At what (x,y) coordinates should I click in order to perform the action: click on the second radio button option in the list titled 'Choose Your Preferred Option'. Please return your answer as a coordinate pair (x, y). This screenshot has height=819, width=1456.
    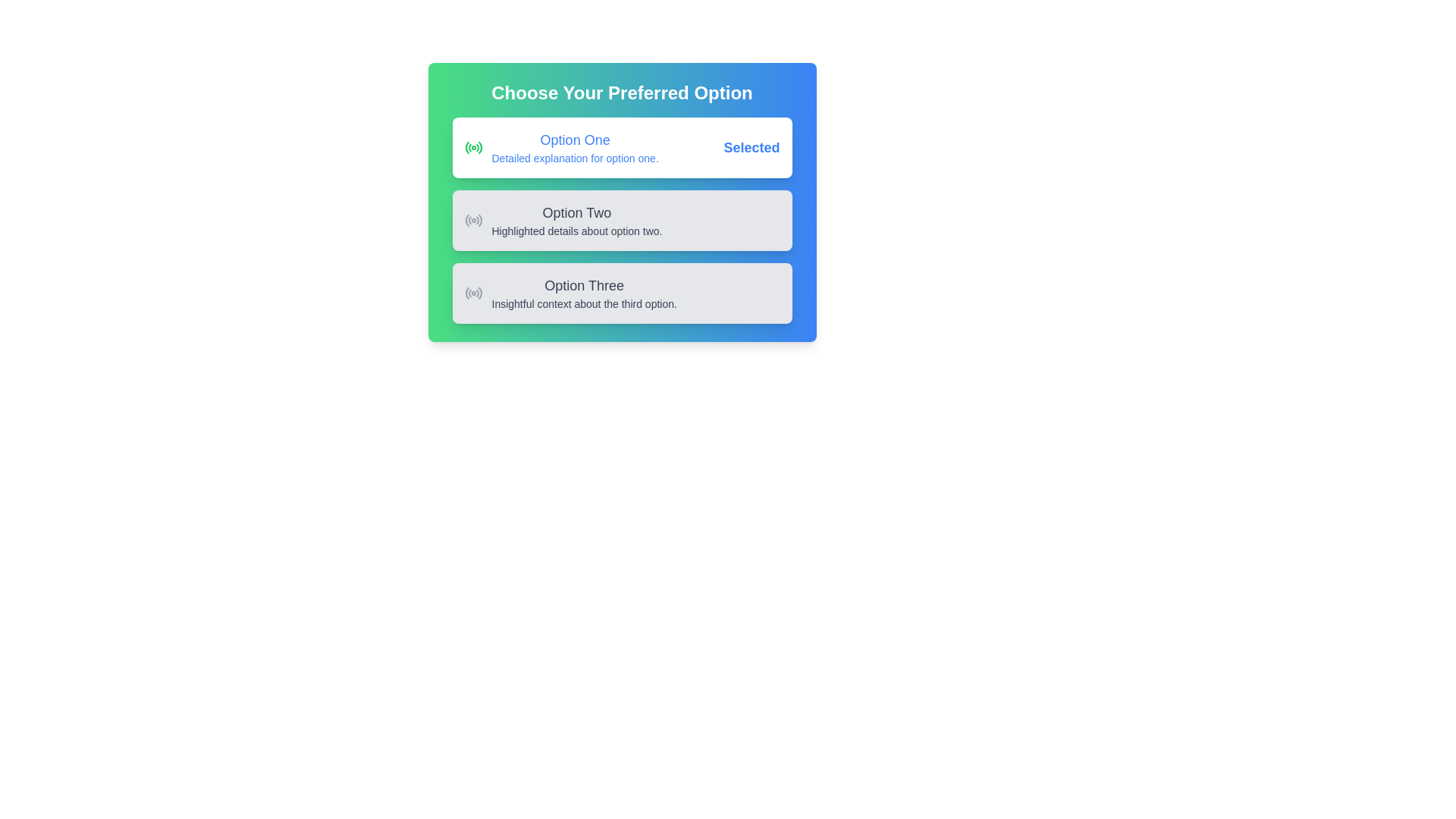
    Looking at the image, I should click on (622, 220).